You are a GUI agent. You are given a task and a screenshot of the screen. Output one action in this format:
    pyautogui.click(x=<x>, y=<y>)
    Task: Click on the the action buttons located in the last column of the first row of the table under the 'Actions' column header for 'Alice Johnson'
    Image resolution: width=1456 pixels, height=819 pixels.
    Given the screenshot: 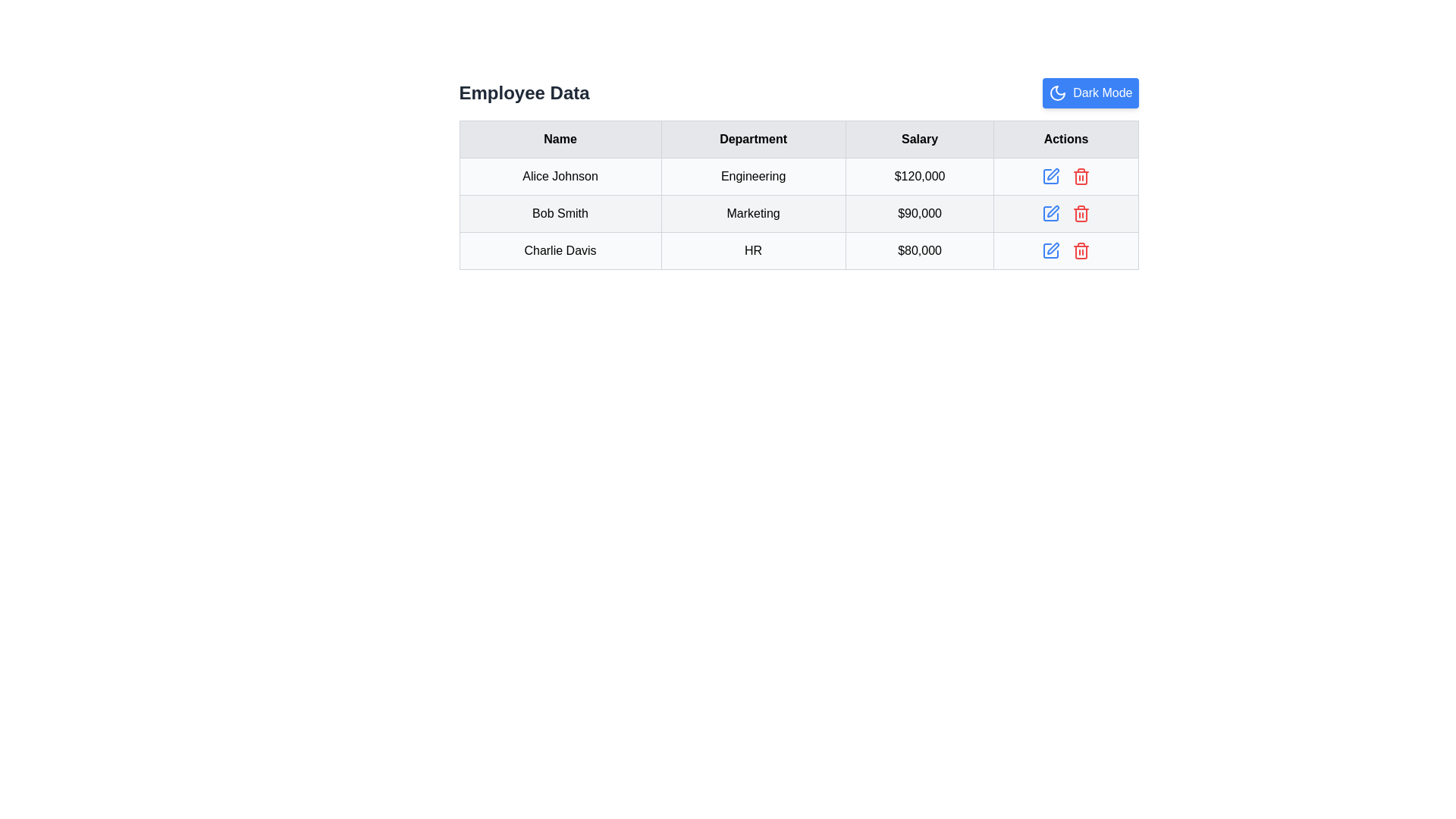 What is the action you would take?
    pyautogui.click(x=1065, y=175)
    